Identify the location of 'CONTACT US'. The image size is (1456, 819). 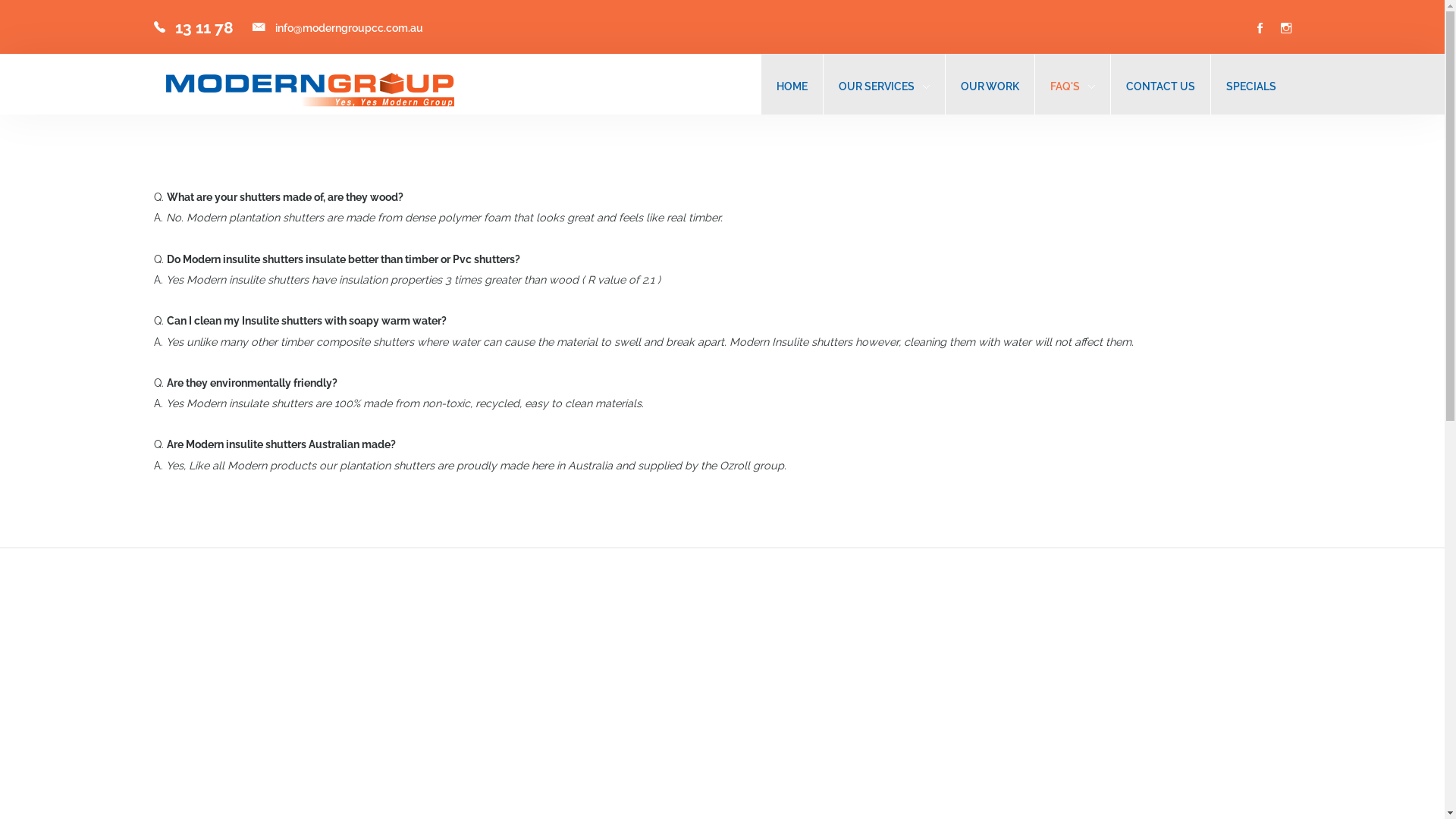
(1159, 86).